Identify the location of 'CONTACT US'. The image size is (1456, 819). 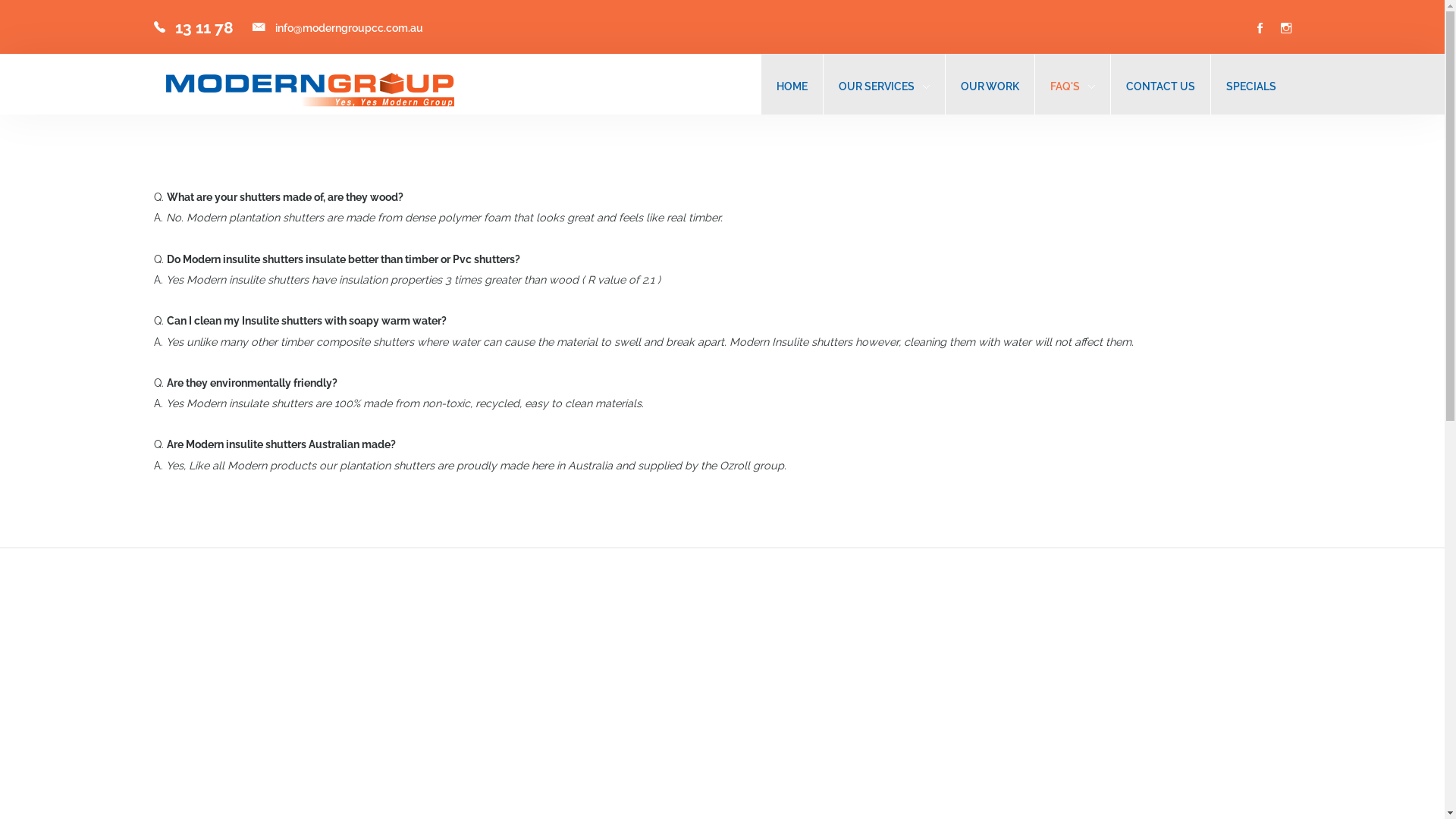
(1159, 86).